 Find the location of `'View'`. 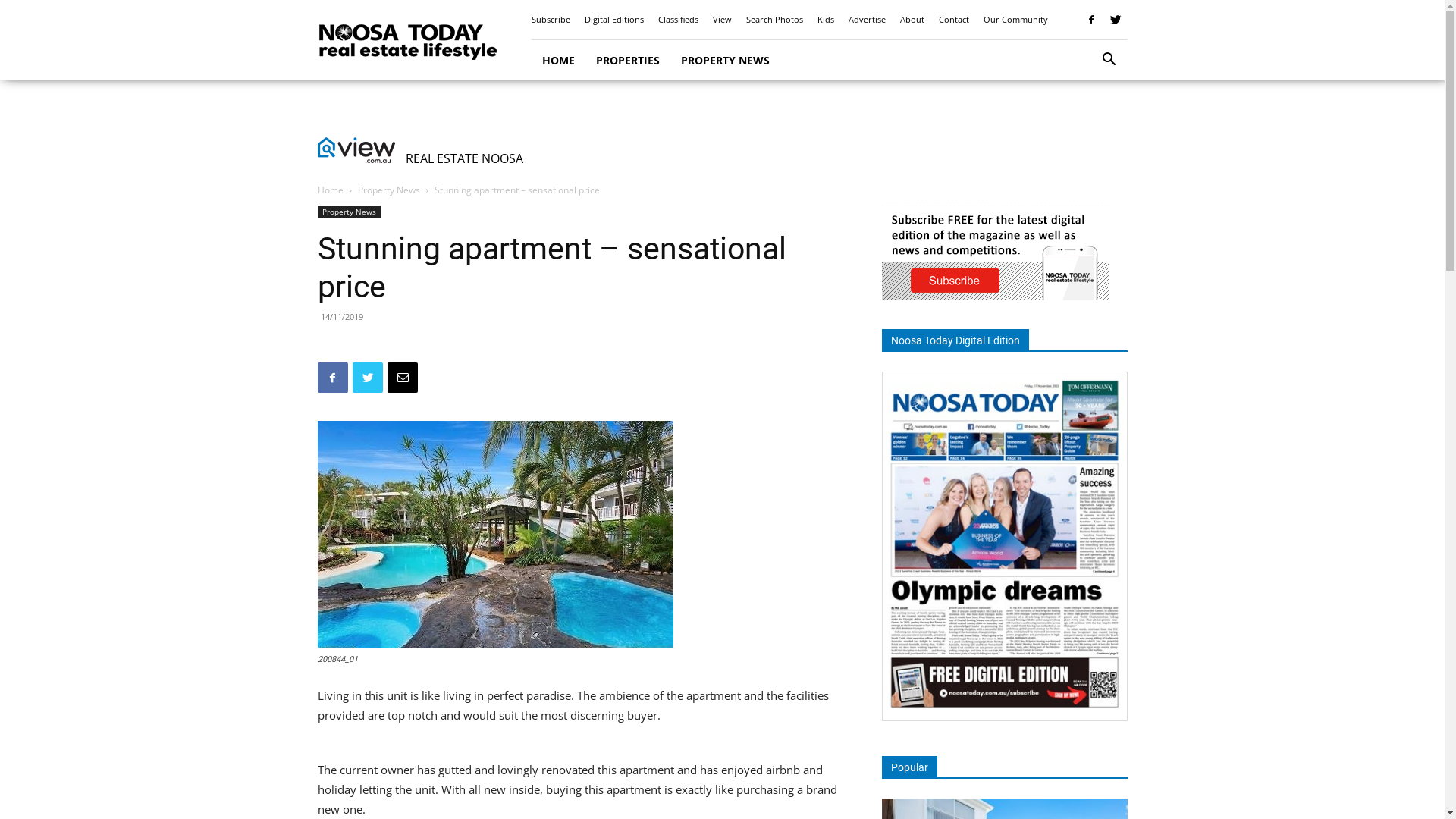

'View' is located at coordinates (721, 19).